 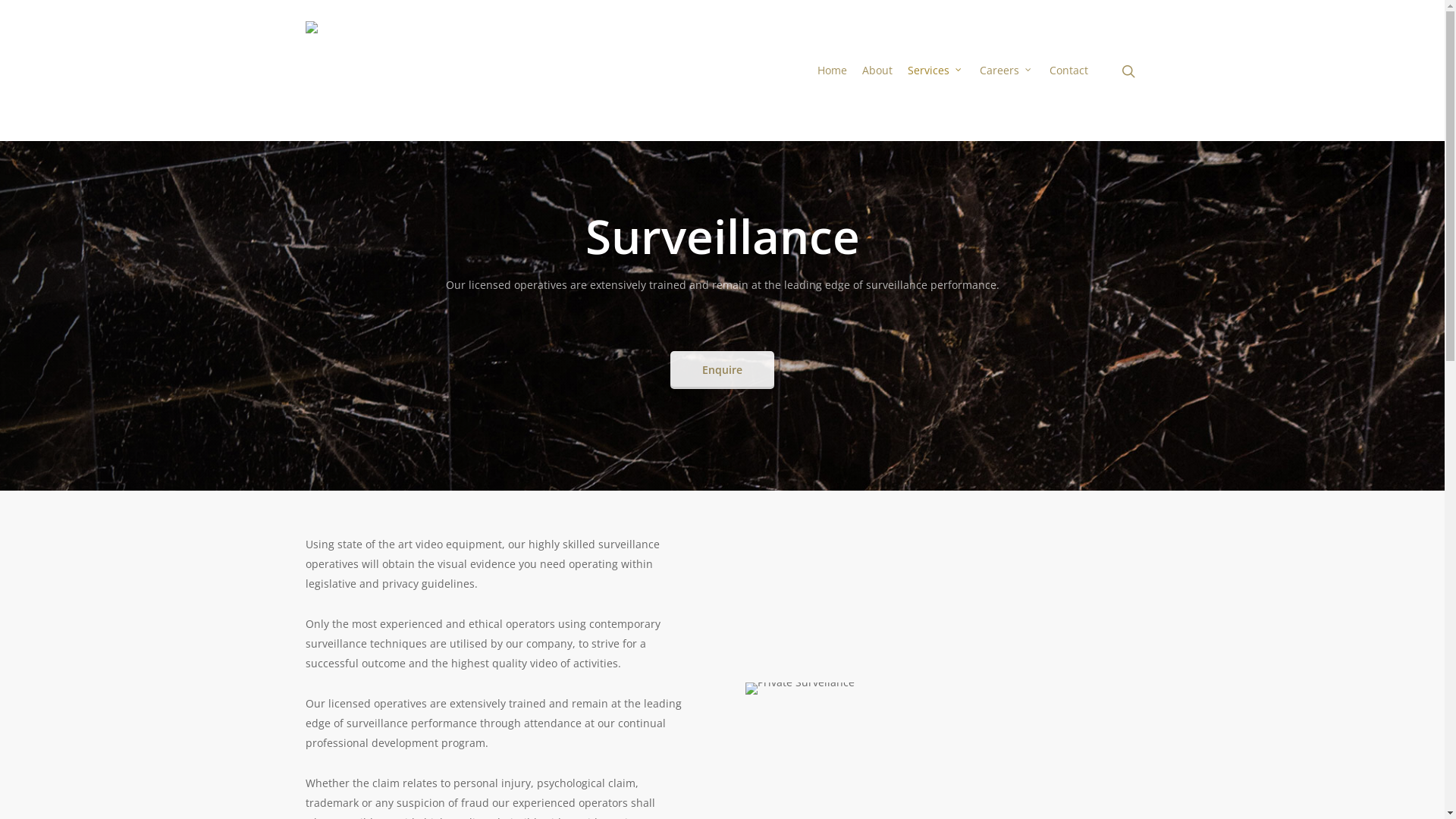 I want to click on 'Contact', so click(x=1068, y=70).